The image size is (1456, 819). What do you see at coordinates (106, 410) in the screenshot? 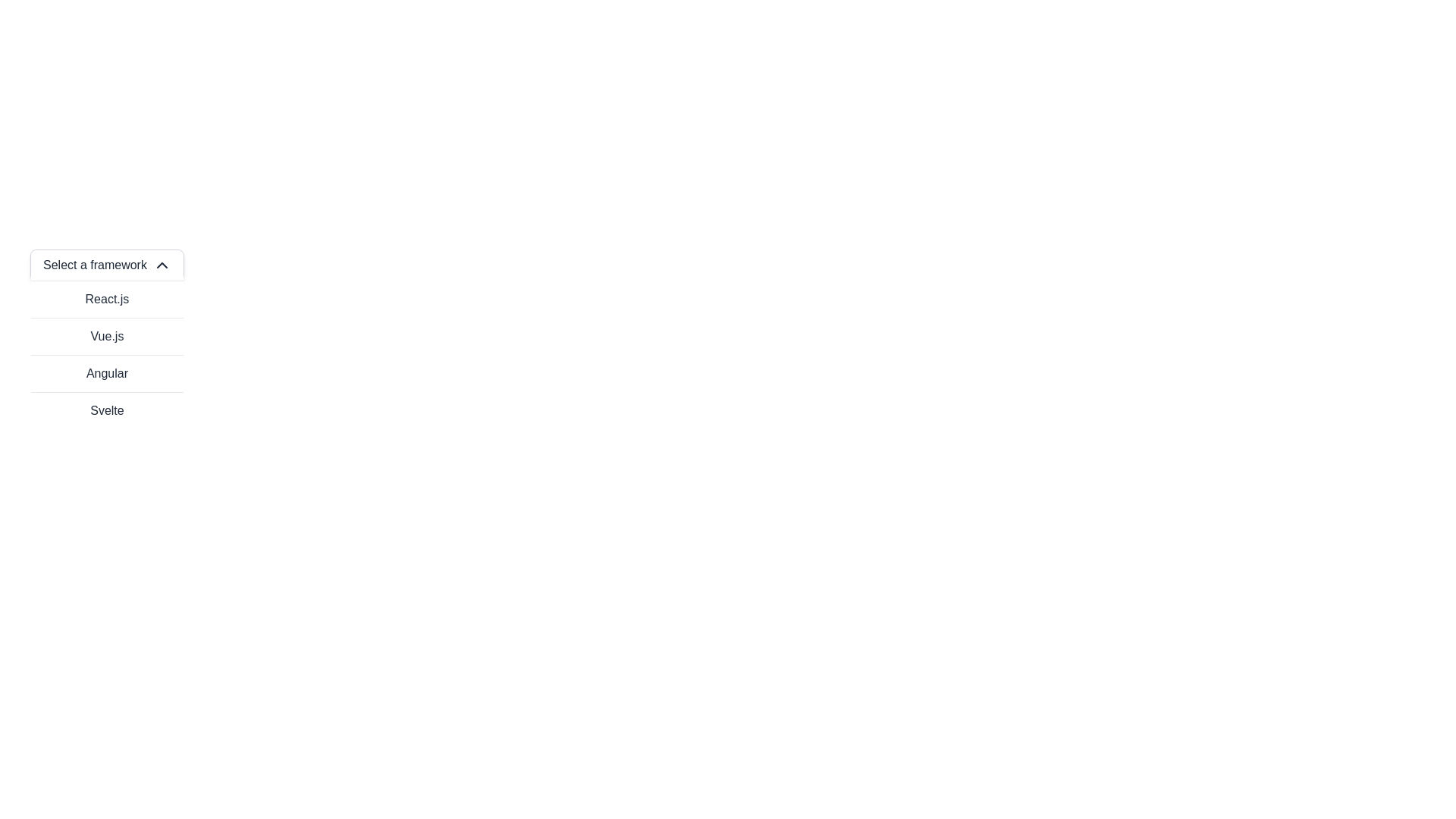
I see `the text-based clickable list item displaying 'Svelte'` at bounding box center [106, 410].